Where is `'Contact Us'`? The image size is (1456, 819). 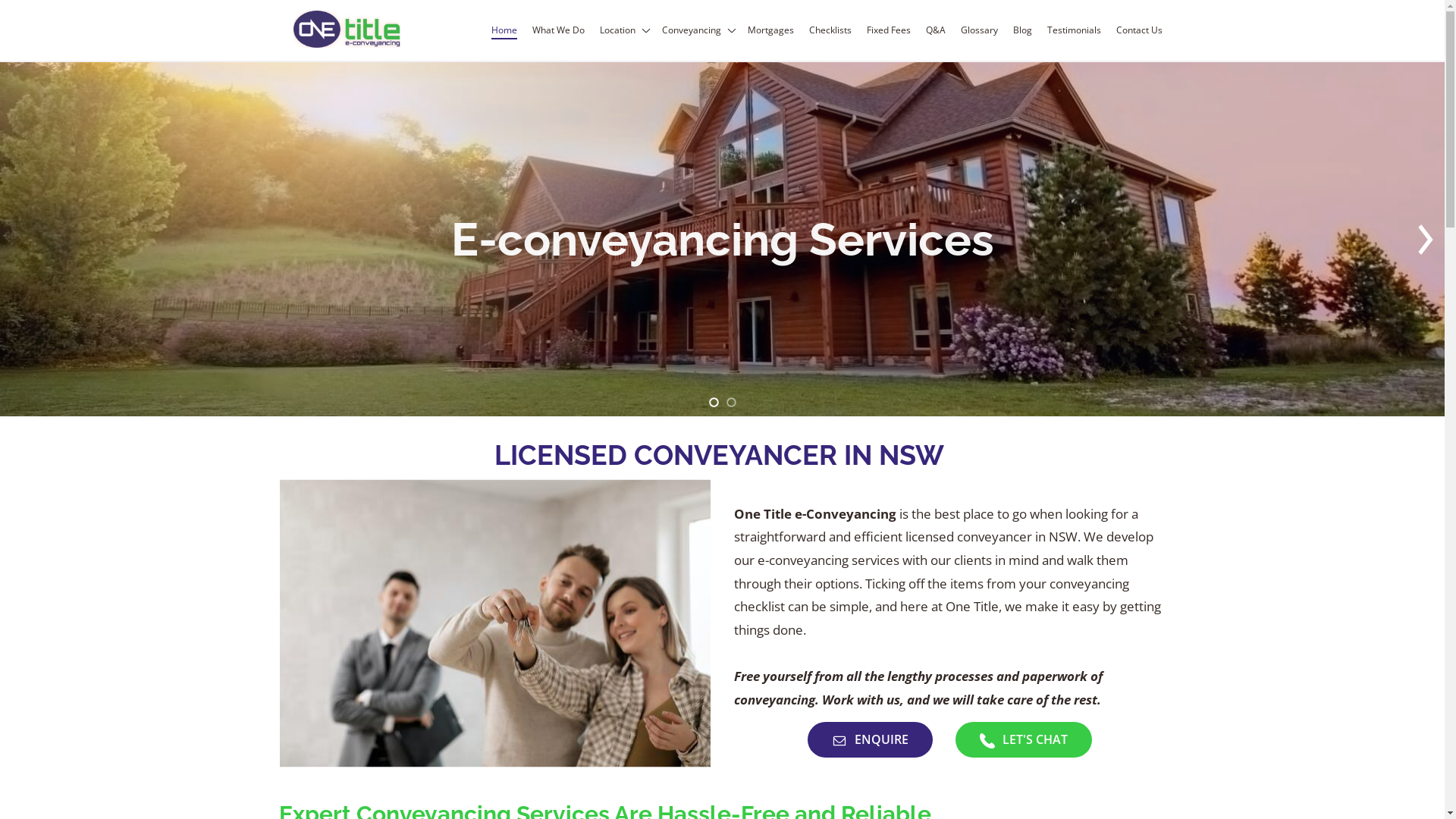
'Contact Us' is located at coordinates (1138, 30).